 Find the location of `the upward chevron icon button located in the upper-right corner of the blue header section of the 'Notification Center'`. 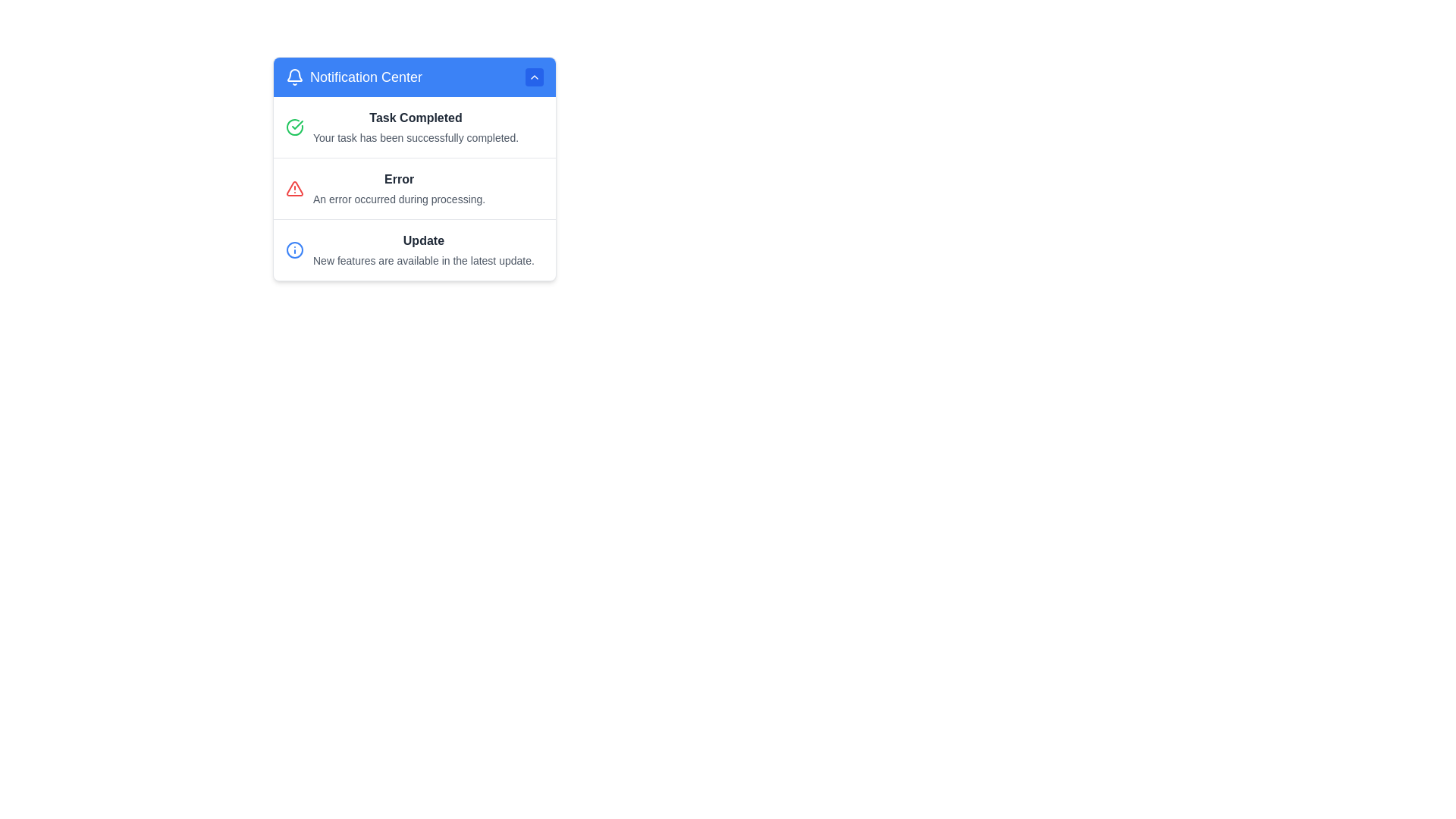

the upward chevron icon button located in the upper-right corner of the blue header section of the 'Notification Center' is located at coordinates (535, 77).